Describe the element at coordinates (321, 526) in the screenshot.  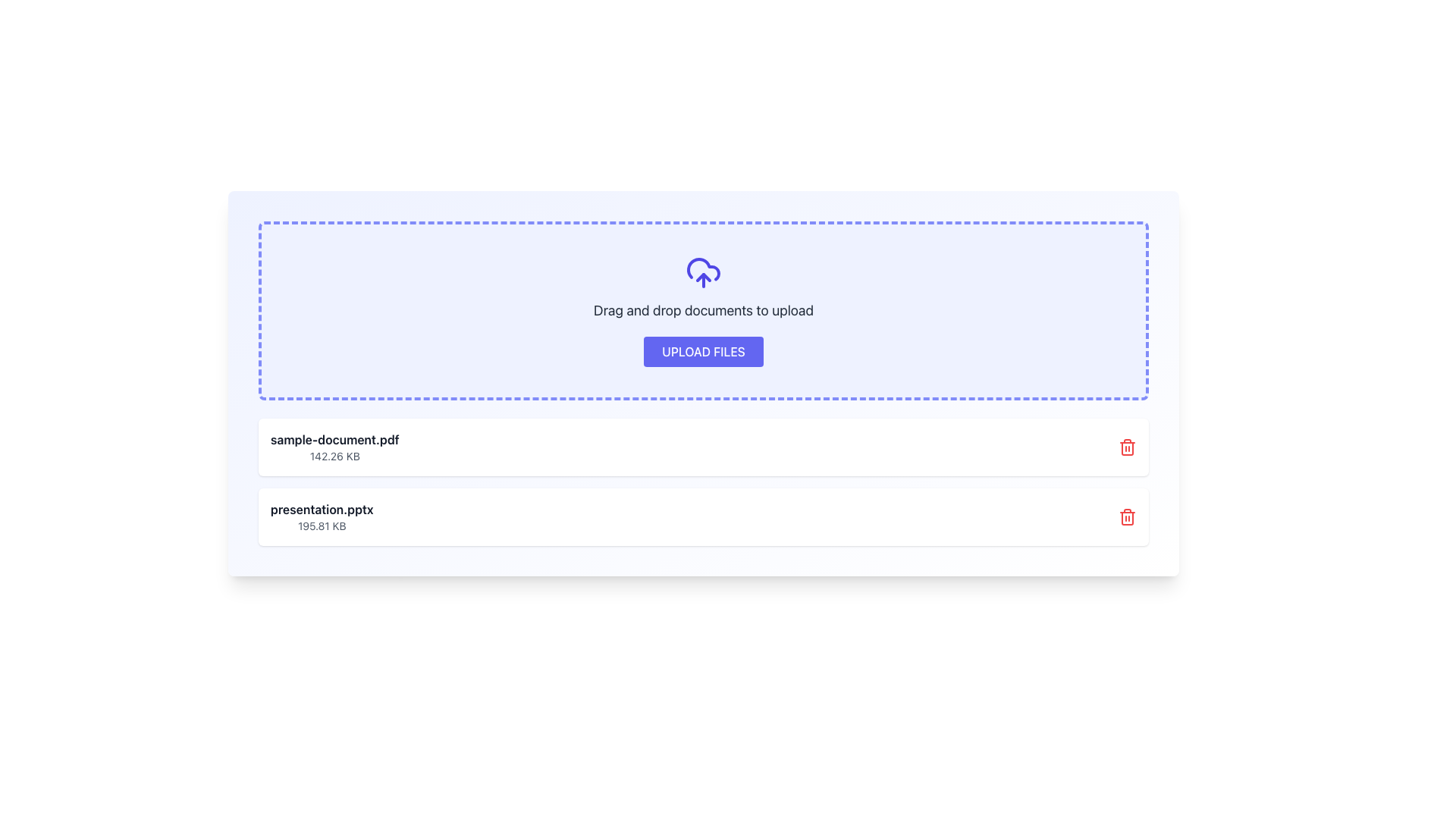
I see `the Text Label displaying the file size '195.81 KB', which is styled in gray and positioned below the filename 'presentation.pptx'` at that location.